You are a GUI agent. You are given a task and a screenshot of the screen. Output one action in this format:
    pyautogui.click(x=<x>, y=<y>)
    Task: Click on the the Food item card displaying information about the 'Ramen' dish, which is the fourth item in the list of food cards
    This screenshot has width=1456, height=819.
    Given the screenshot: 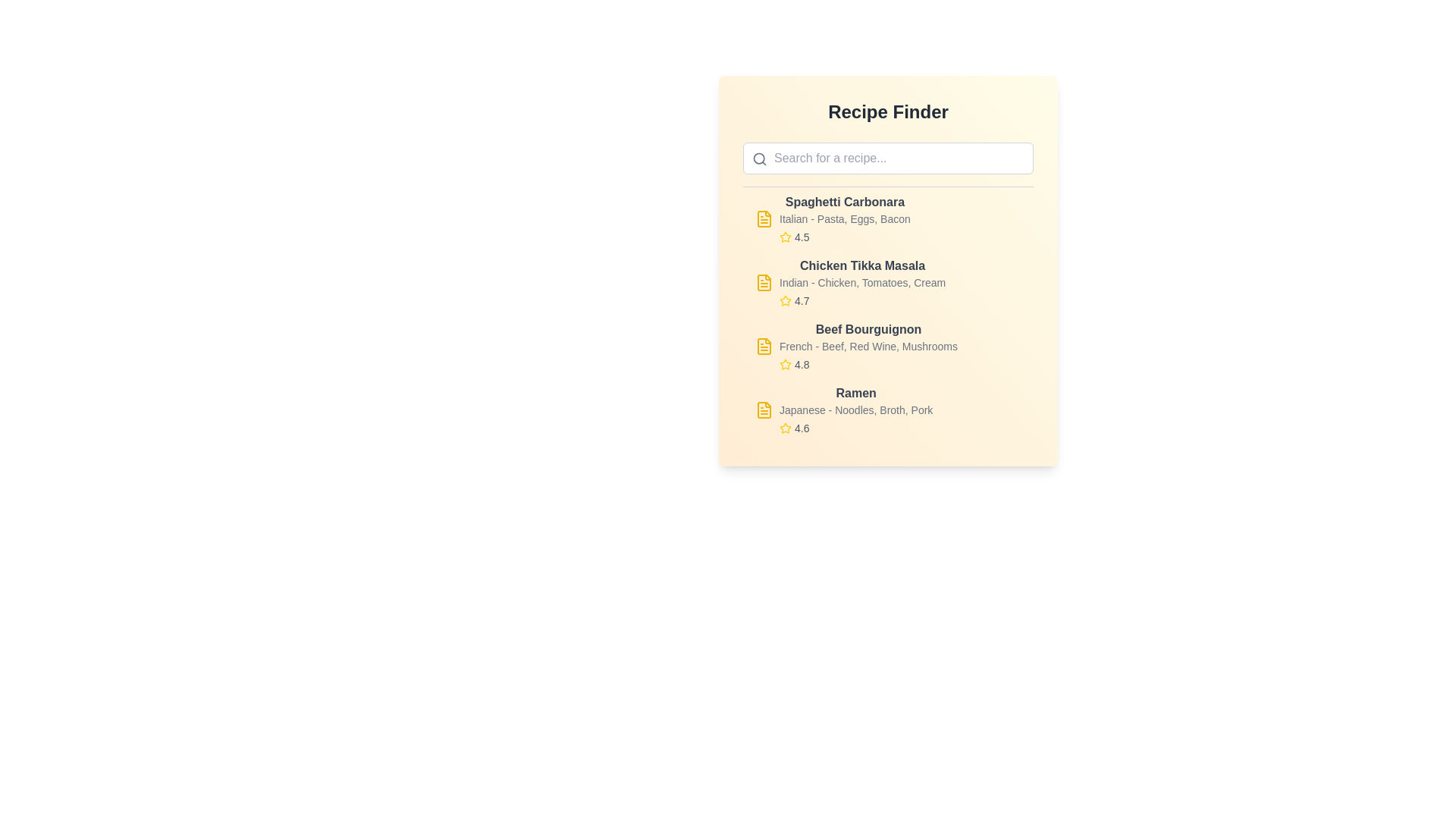 What is the action you would take?
    pyautogui.click(x=888, y=409)
    